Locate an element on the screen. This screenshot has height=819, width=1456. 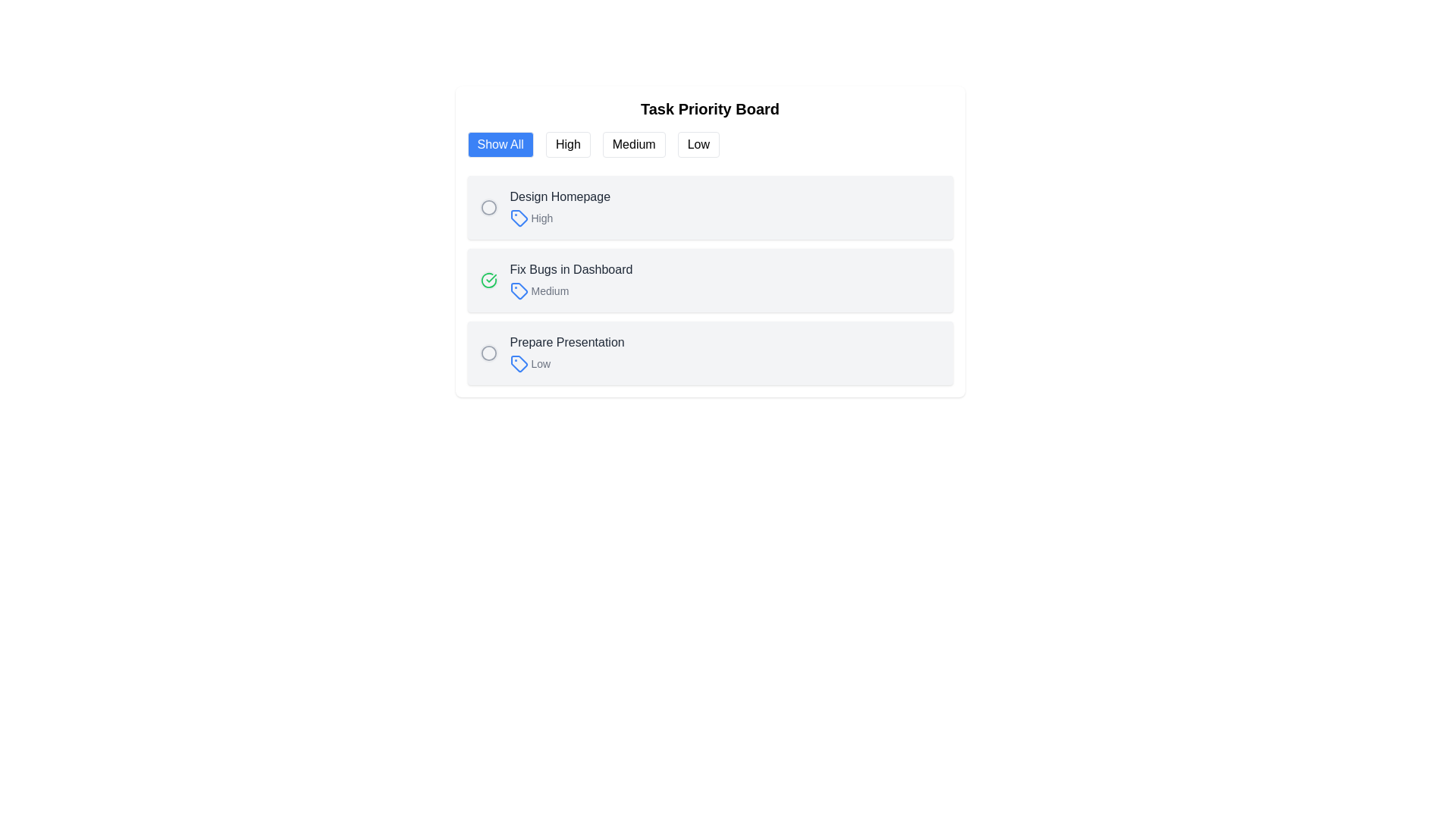
the 'Low' priority filter button, which is the fourth button in a horizontal group of four, located next to the 'Medium' button under the 'Task Priority Board' title is located at coordinates (698, 145).